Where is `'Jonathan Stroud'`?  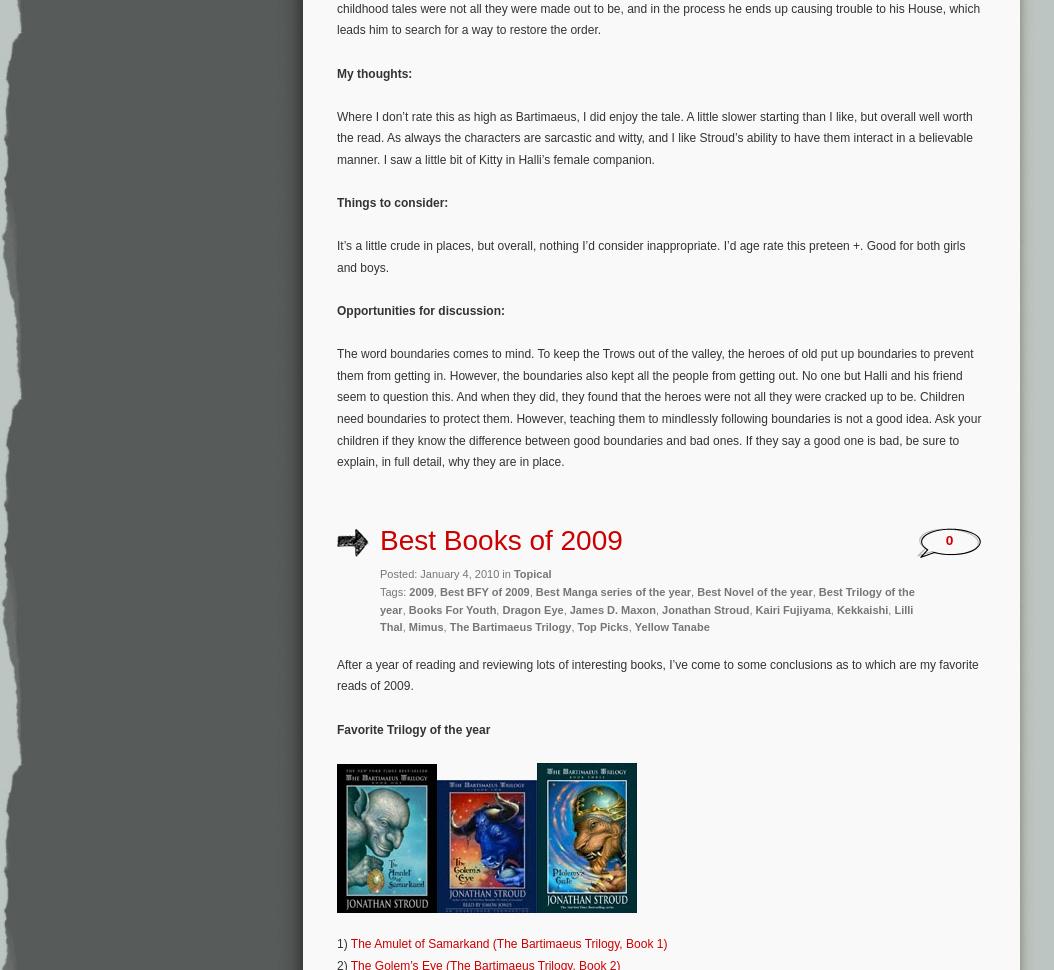
'Jonathan Stroud' is located at coordinates (704, 608).